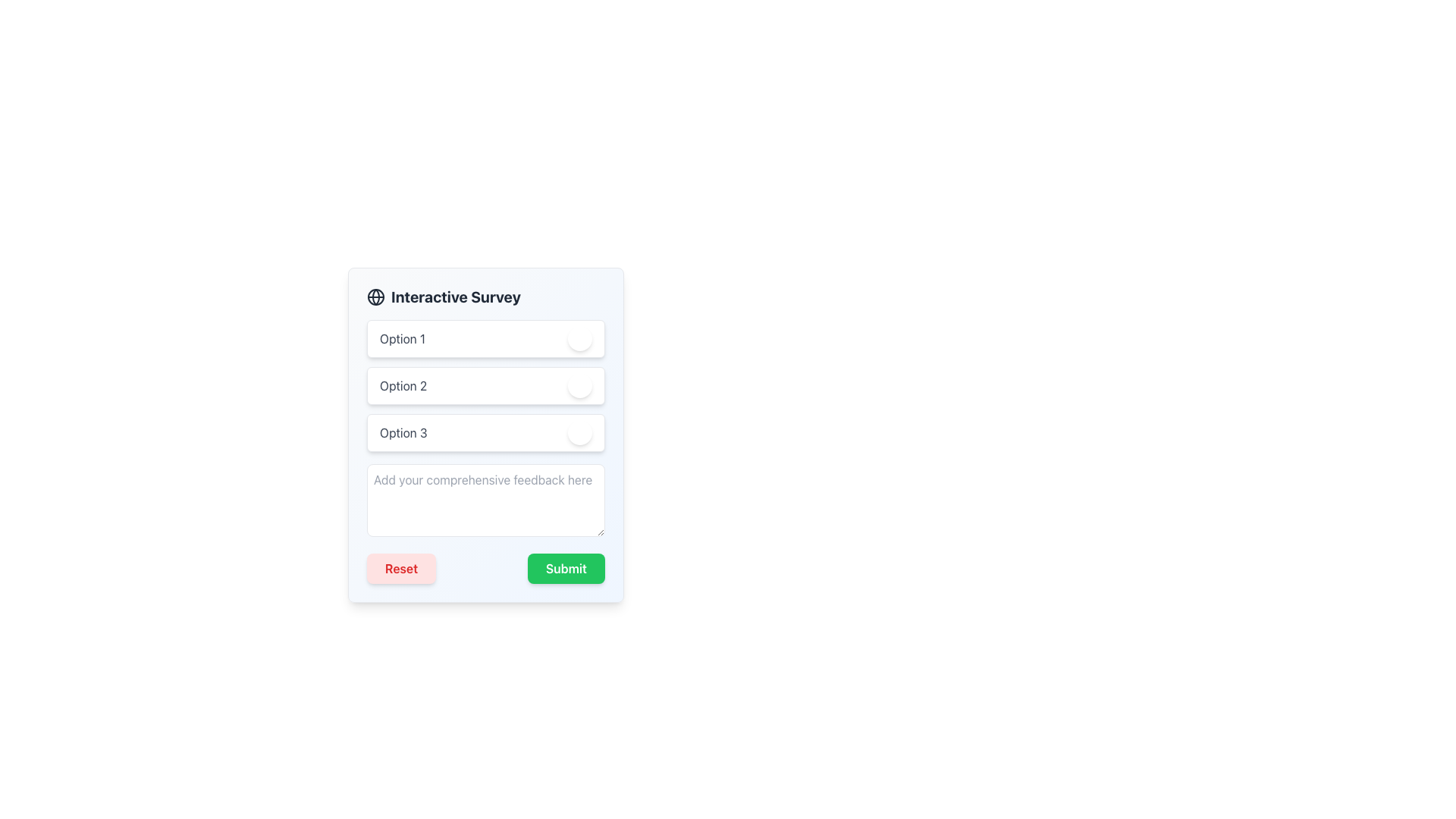 This screenshot has height=819, width=1456. I want to click on the circular toggle on the right of the second interactive option in the survey interface, which is positioned between 'Option 1' and 'Option 3', so click(486, 385).